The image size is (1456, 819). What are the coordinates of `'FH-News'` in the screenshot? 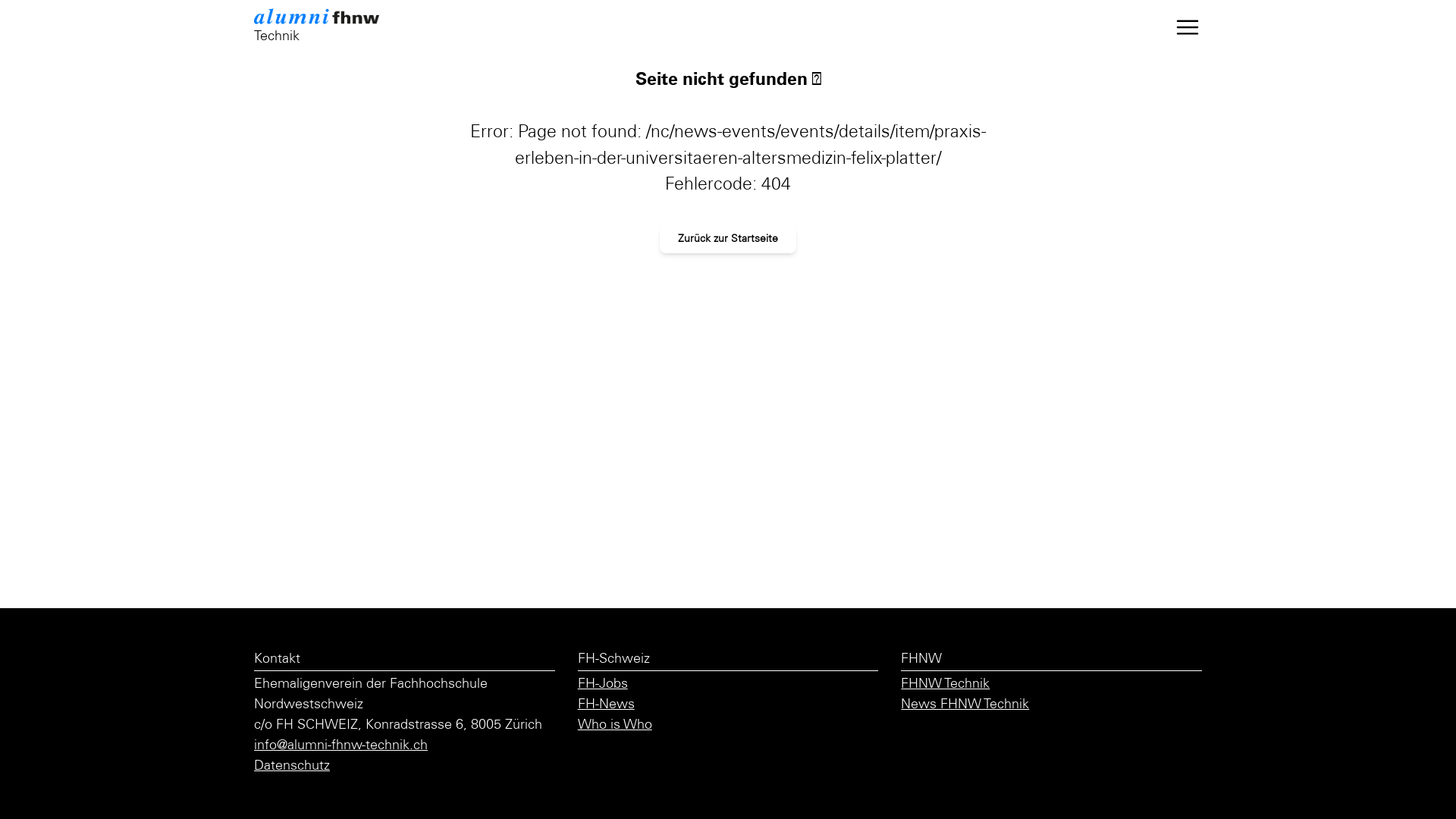 It's located at (577, 704).